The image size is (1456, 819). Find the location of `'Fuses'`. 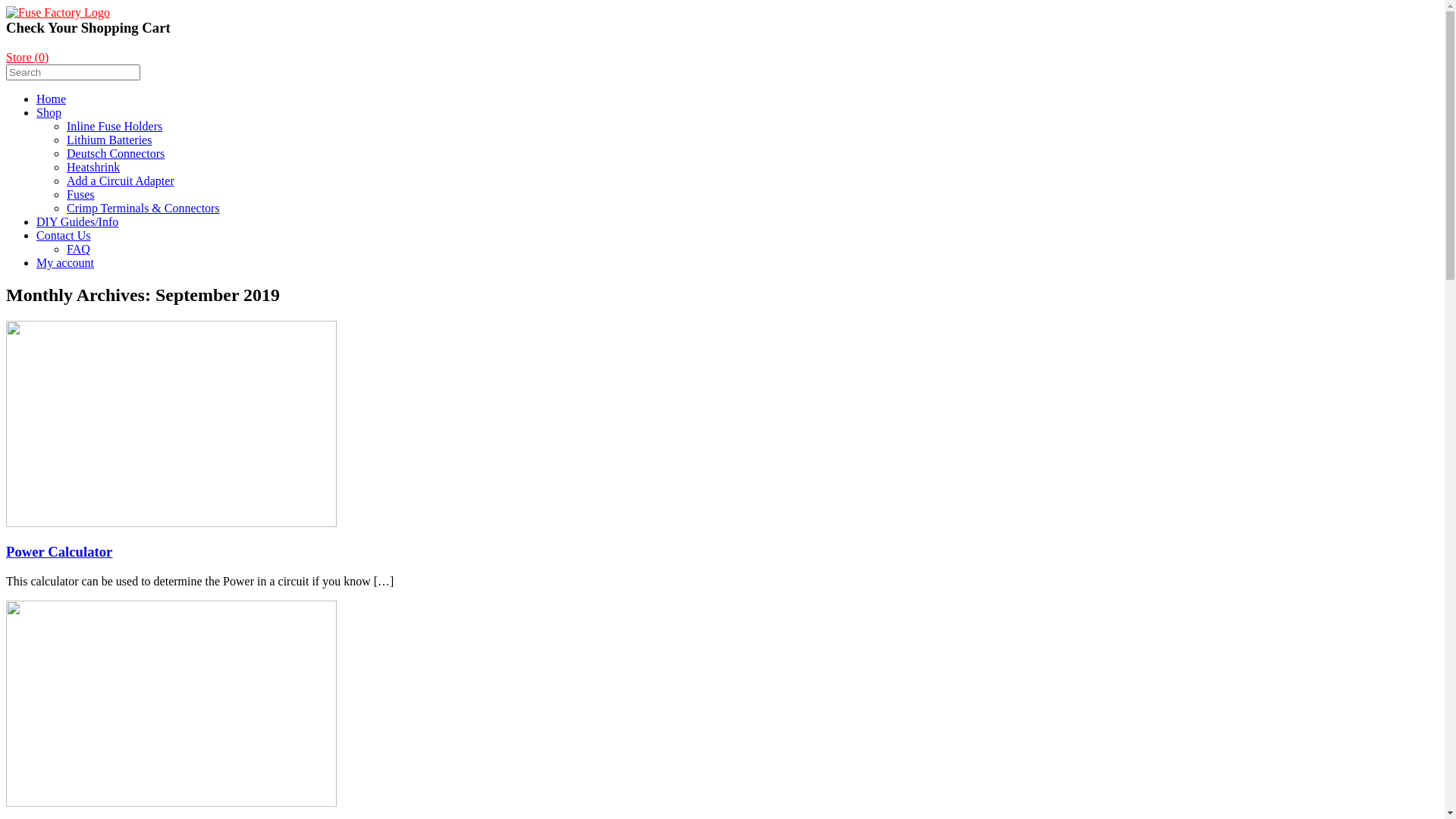

'Fuses' is located at coordinates (65, 193).